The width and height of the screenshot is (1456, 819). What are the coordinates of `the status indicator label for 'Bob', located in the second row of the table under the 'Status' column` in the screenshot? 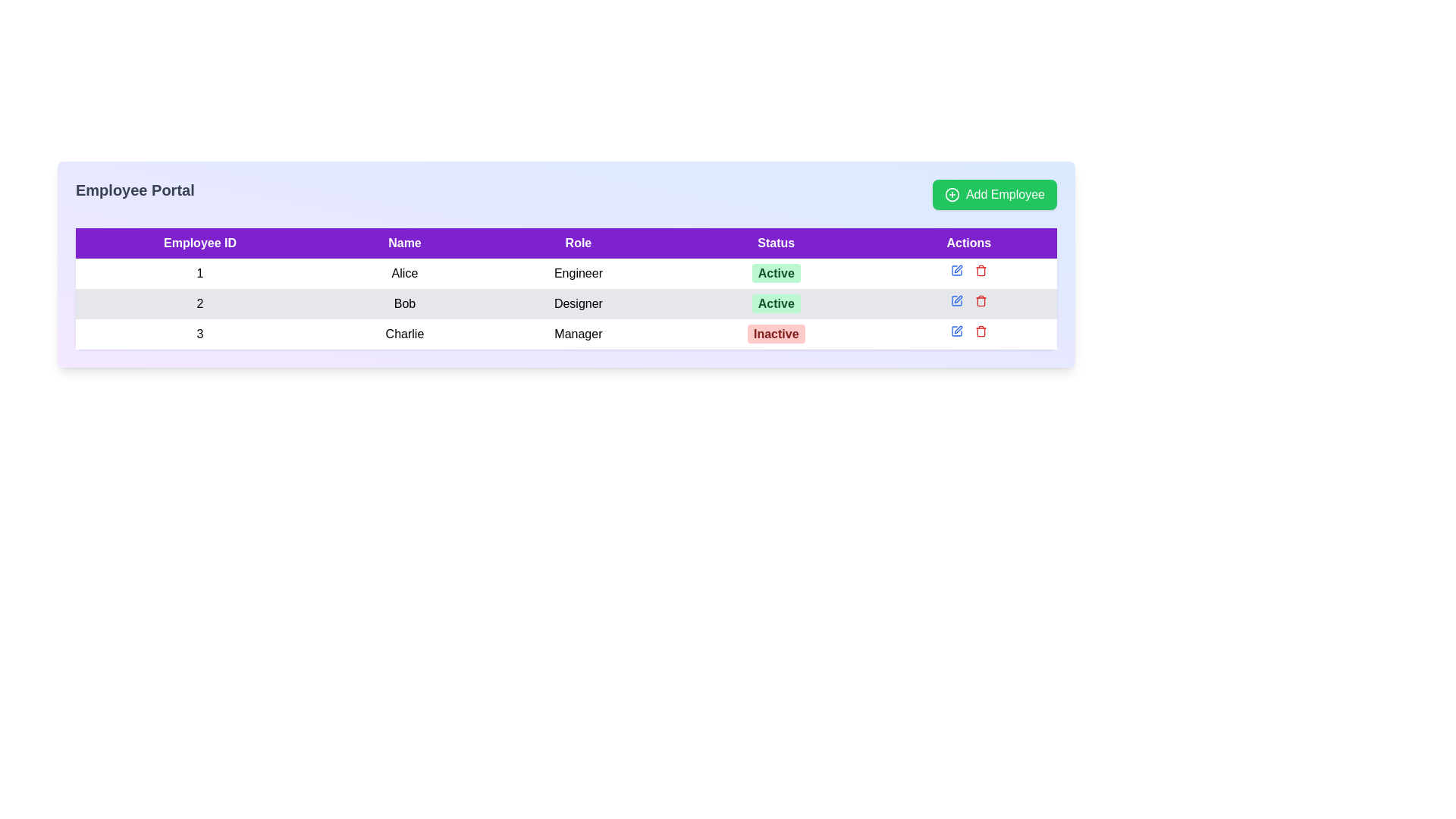 It's located at (776, 273).